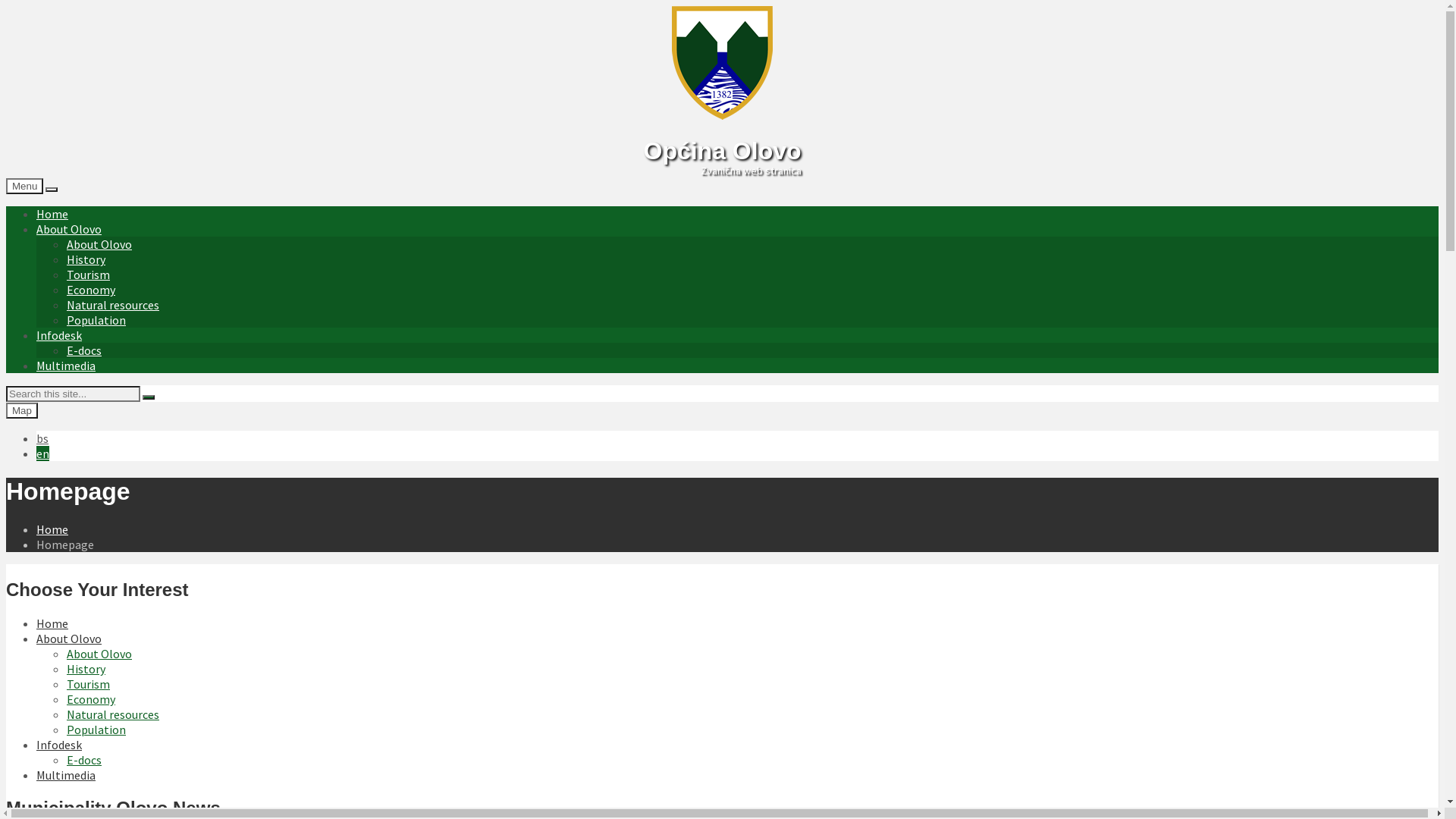  Describe the element at coordinates (98, 652) in the screenshot. I see `'About Olovo'` at that location.